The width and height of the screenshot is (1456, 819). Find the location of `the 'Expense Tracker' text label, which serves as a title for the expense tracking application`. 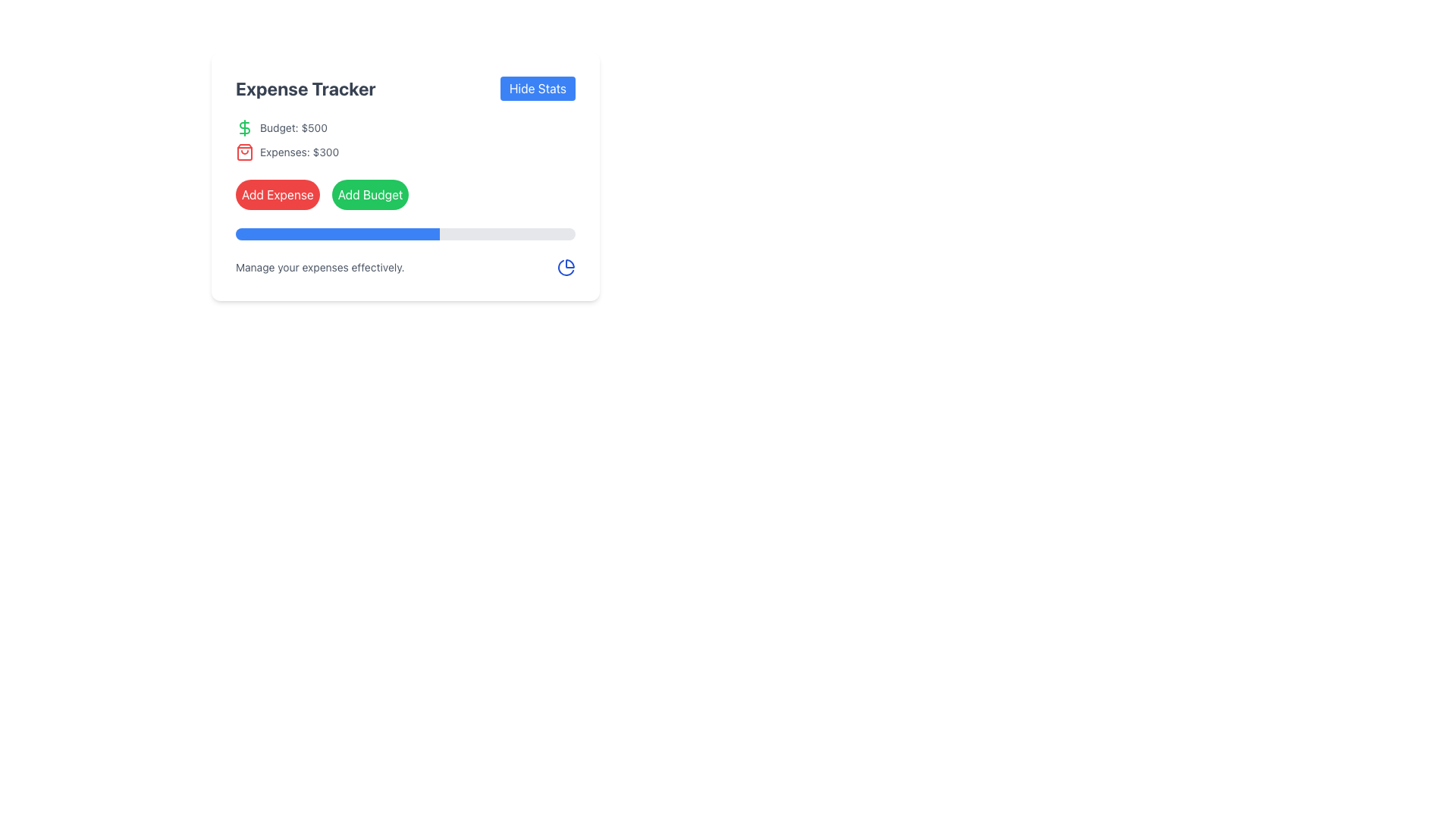

the 'Expense Tracker' text label, which serves as a title for the expense tracking application is located at coordinates (305, 88).